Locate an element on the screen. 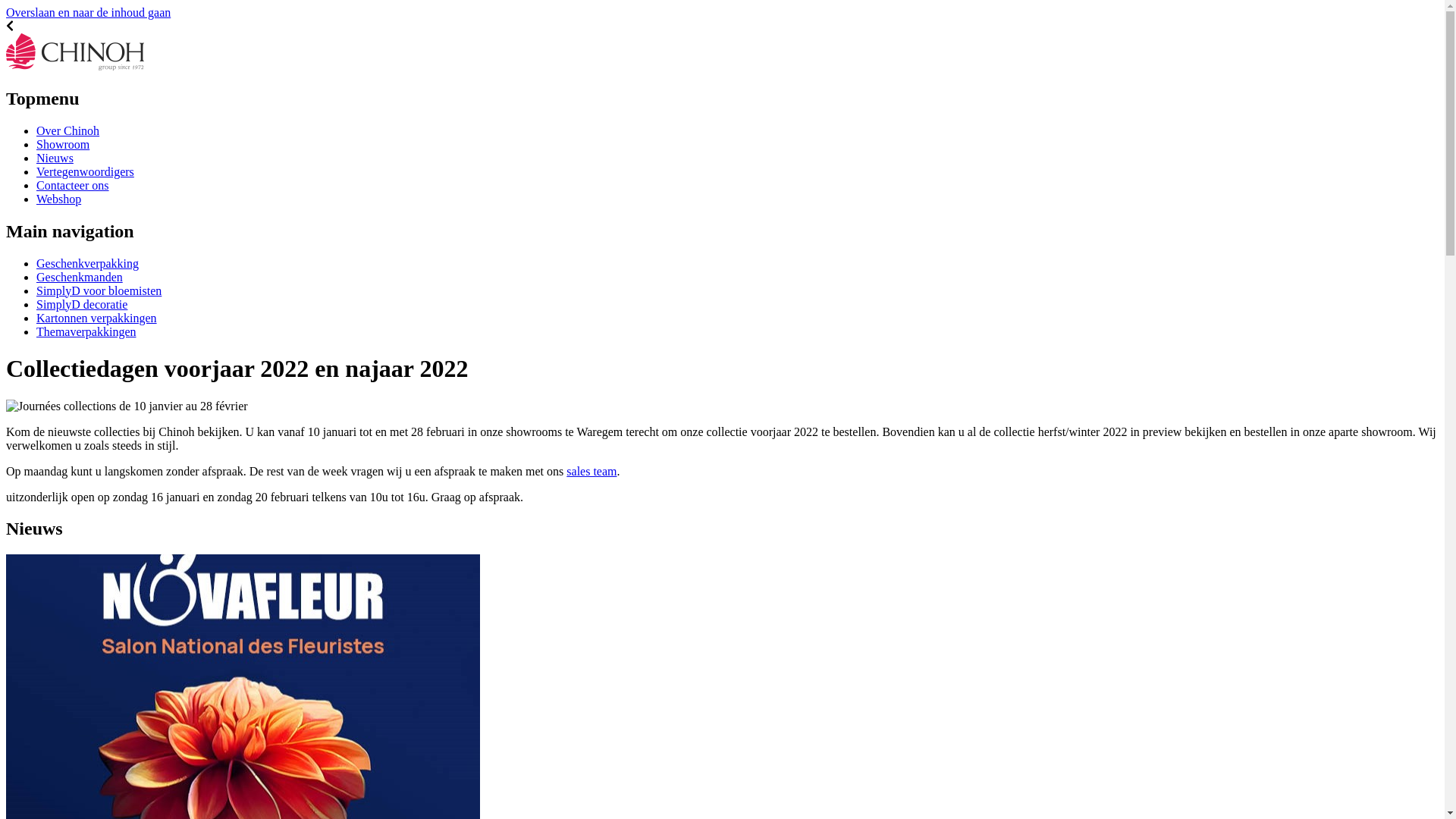 The image size is (1456, 819). 'Kartonnen verpakkingen' is located at coordinates (36, 317).